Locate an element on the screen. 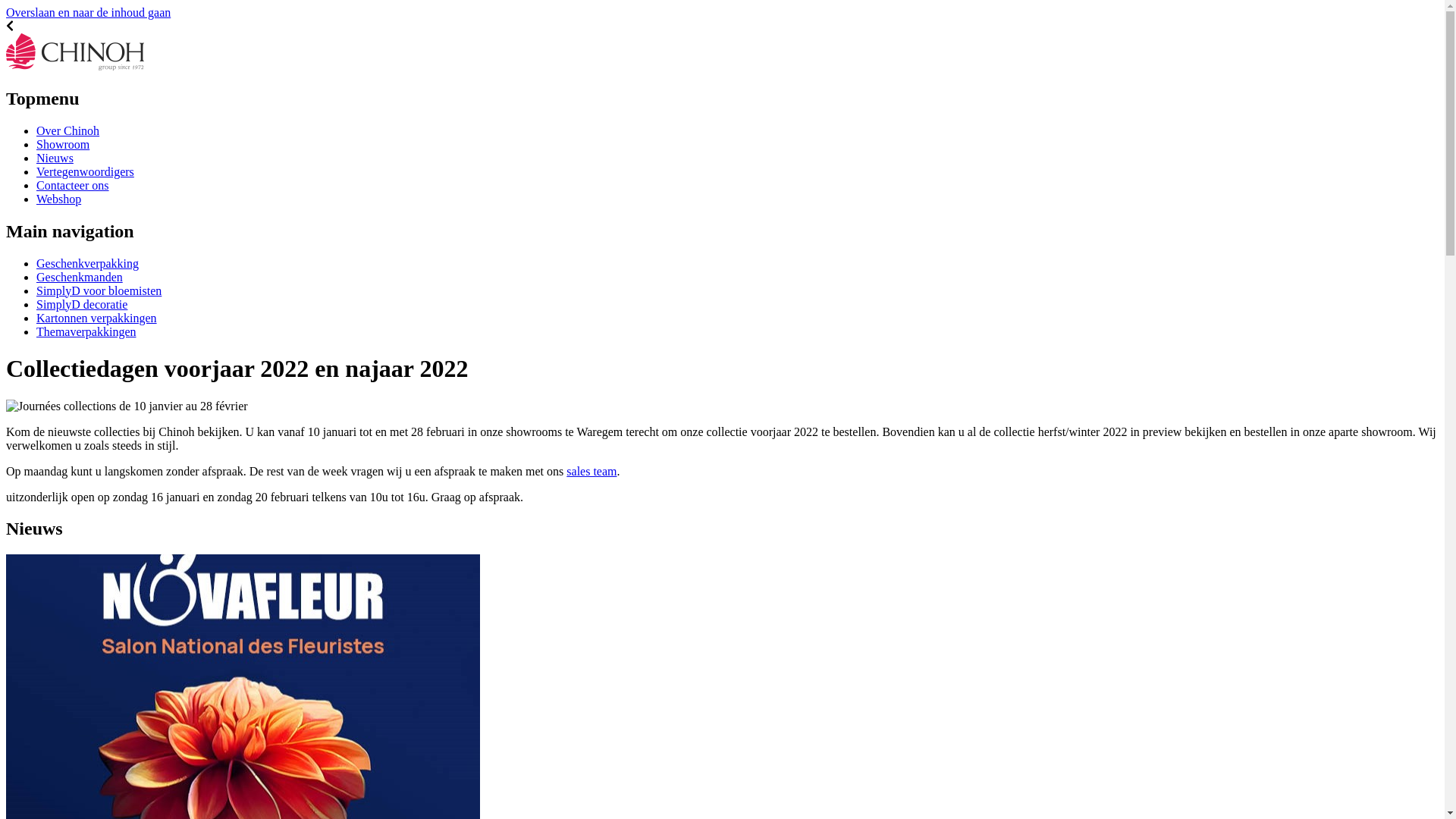 The image size is (1456, 819). 'Kartonnen verpakkingen' is located at coordinates (36, 317).